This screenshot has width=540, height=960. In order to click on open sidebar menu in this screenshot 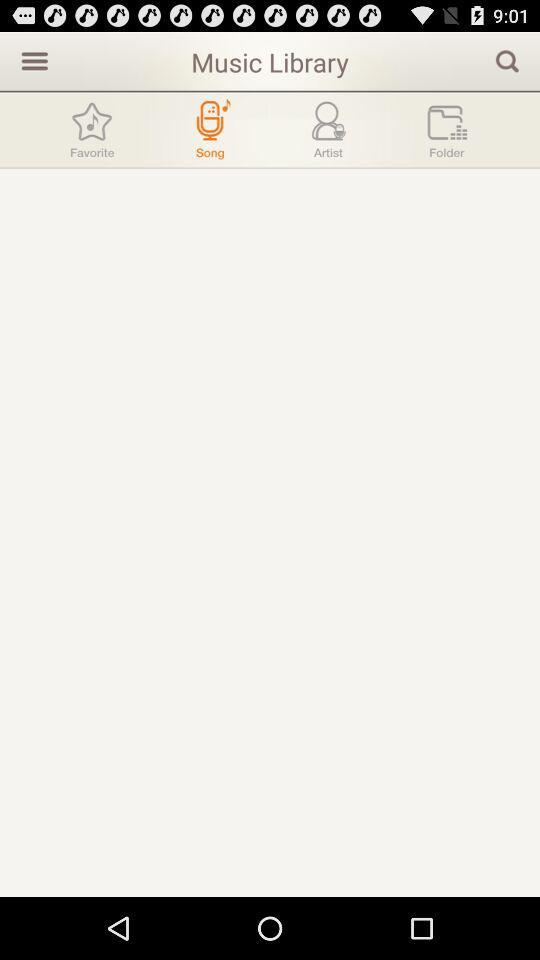, I will do `click(31, 59)`.